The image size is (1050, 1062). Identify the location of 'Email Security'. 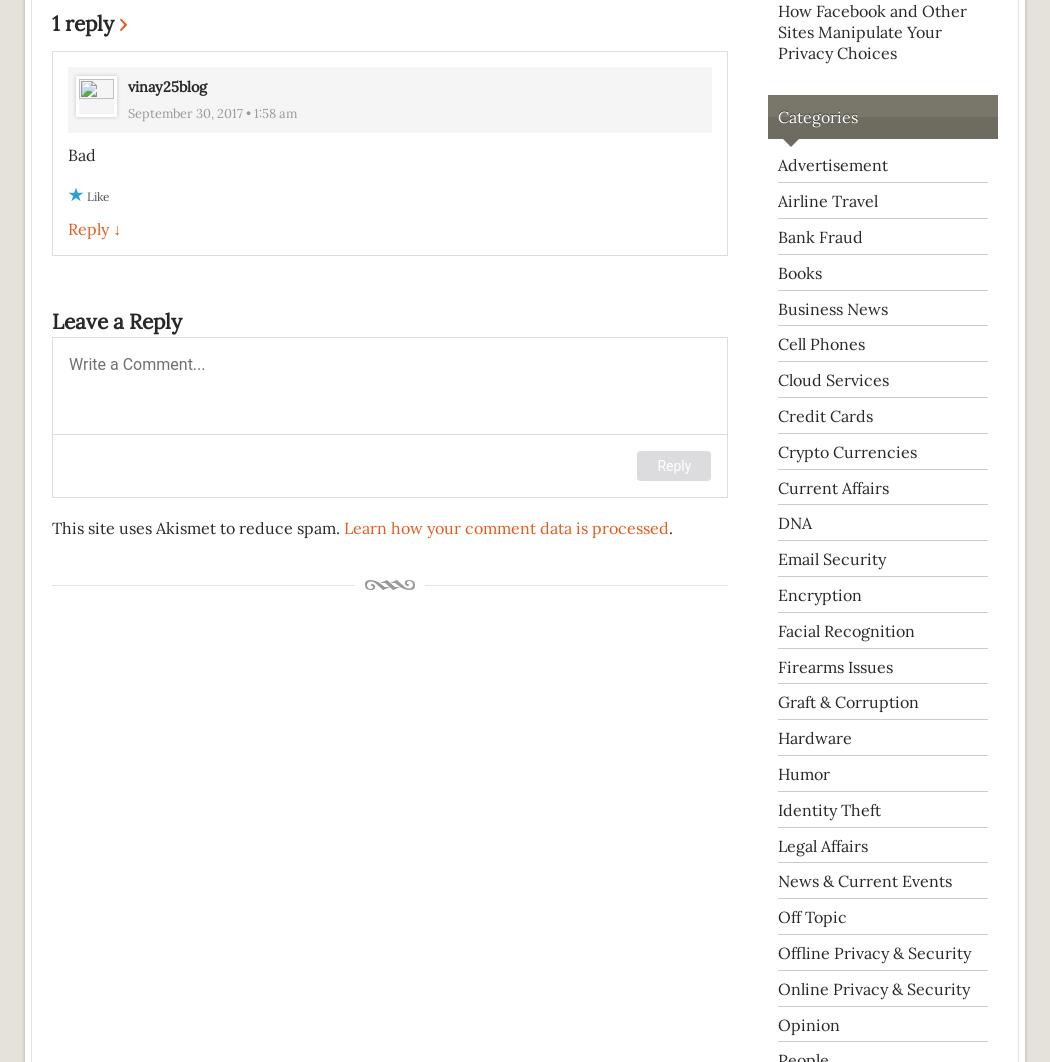
(832, 559).